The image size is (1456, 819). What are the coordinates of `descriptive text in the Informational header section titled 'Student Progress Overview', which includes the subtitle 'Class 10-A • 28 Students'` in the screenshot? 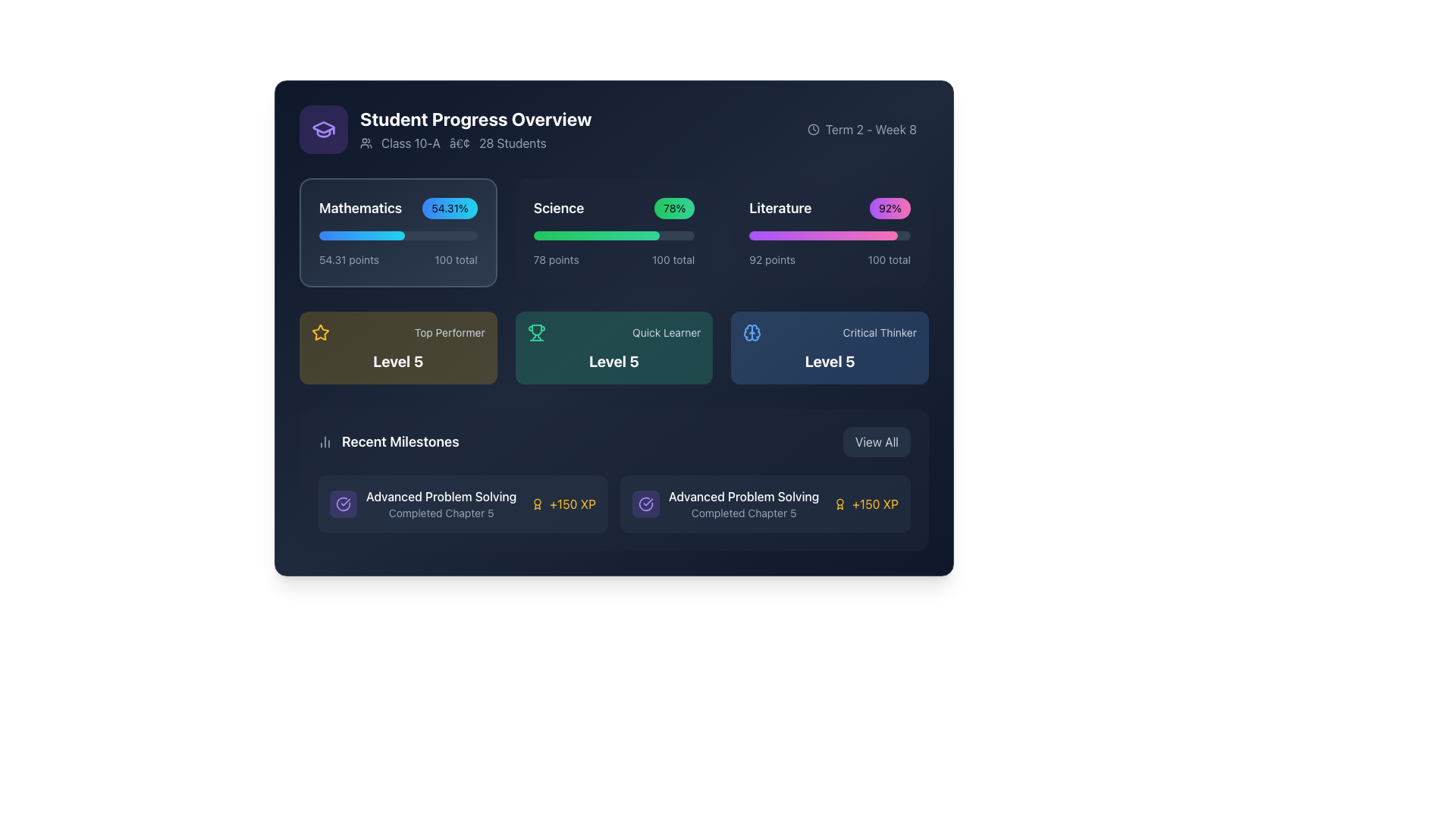 It's located at (444, 128).